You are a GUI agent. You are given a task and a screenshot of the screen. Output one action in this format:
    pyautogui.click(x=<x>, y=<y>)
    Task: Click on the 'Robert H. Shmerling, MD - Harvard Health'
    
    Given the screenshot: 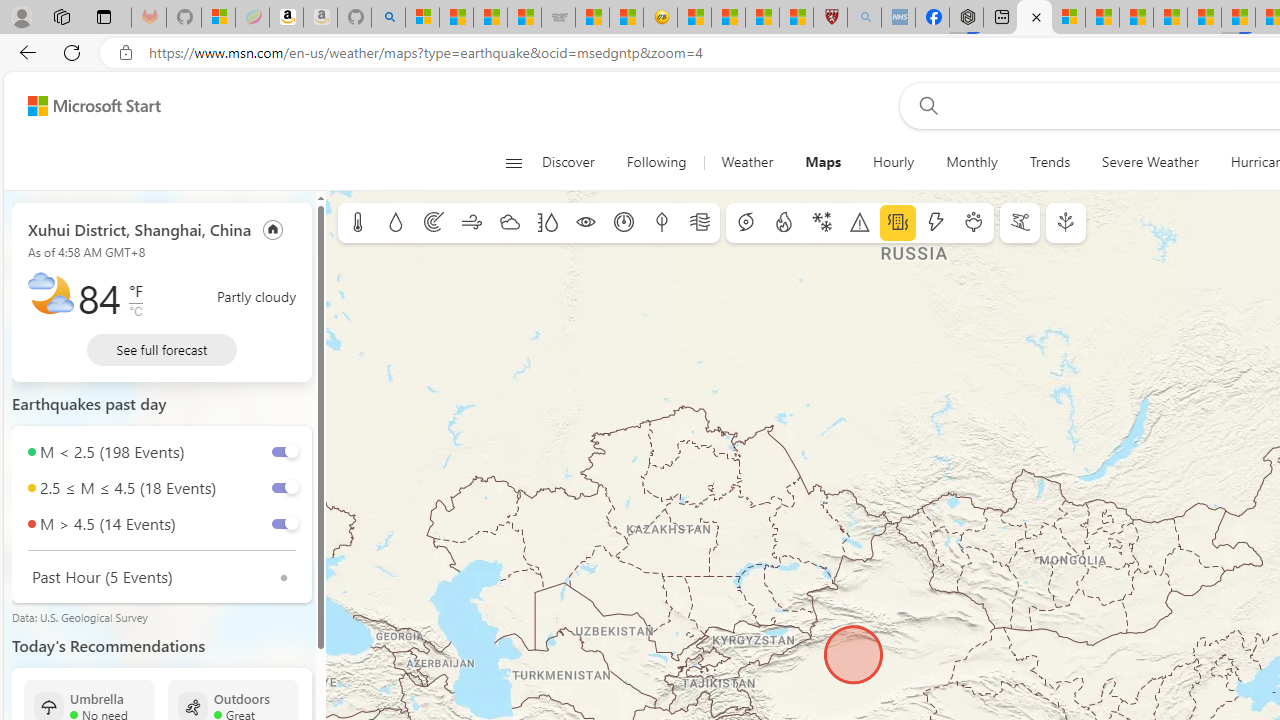 What is the action you would take?
    pyautogui.click(x=830, y=17)
    